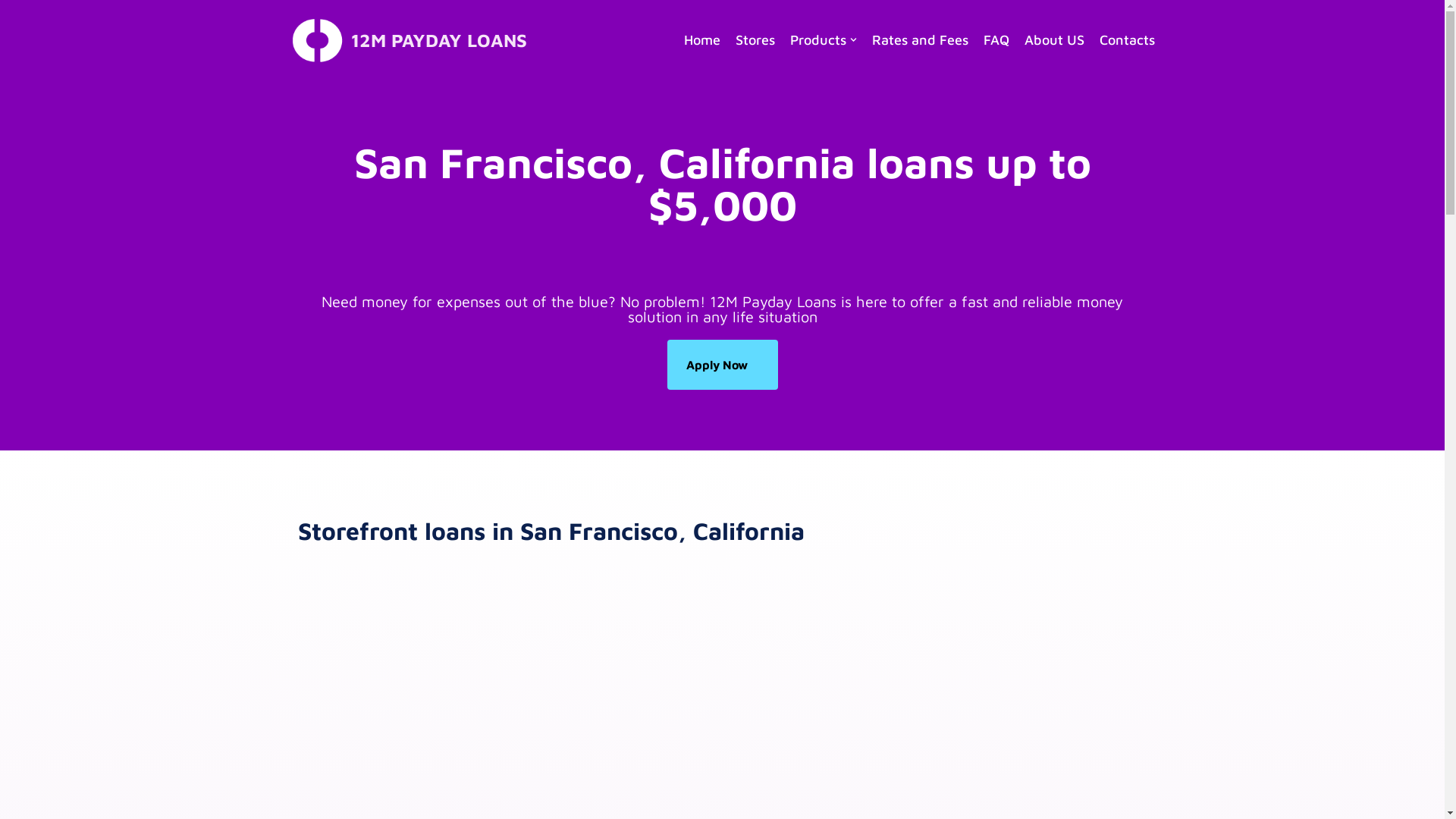 This screenshot has width=1456, height=819. What do you see at coordinates (722, 365) in the screenshot?
I see `'Apply Now'` at bounding box center [722, 365].